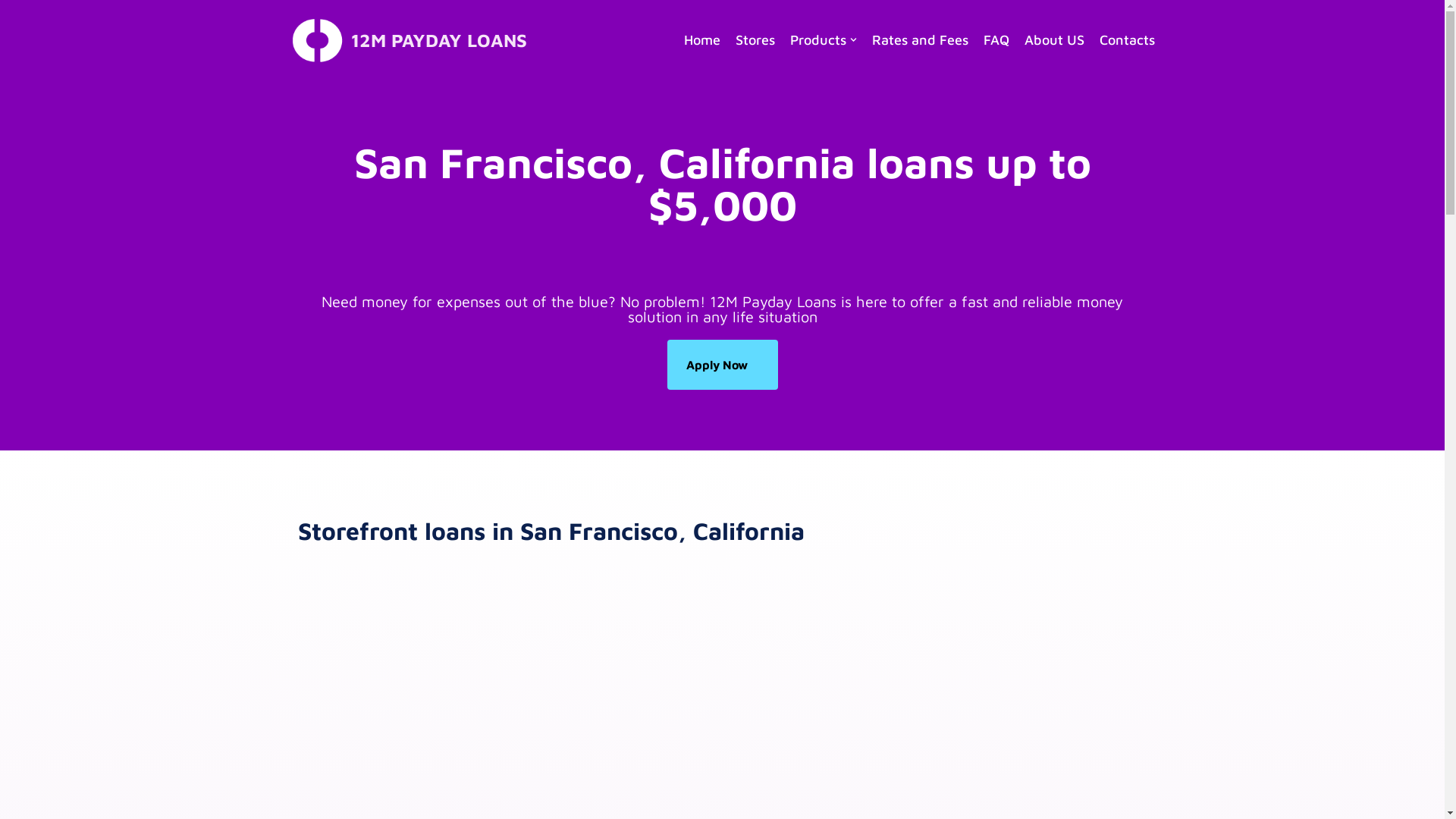 This screenshot has width=1456, height=819. What do you see at coordinates (722, 365) in the screenshot?
I see `'Apply Now'` at bounding box center [722, 365].